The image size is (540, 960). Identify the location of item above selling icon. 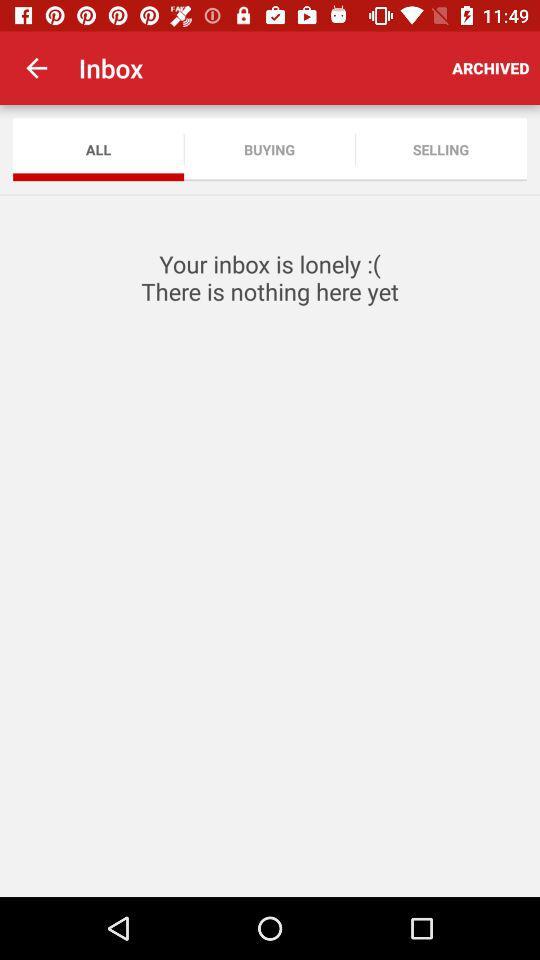
(489, 68).